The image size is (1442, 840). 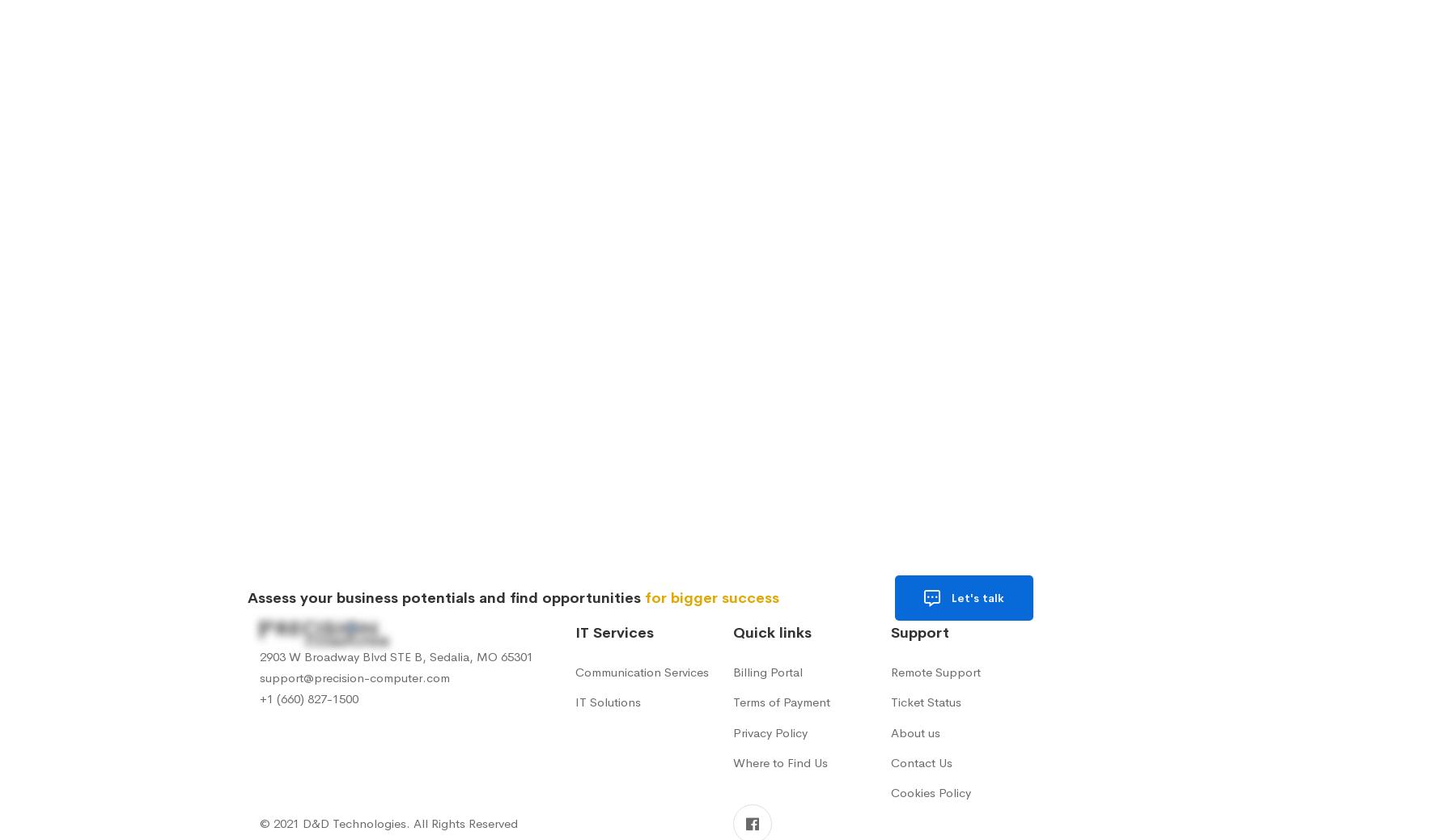 What do you see at coordinates (409, 368) in the screenshot?
I see `'Obtaining further information by'` at bounding box center [409, 368].